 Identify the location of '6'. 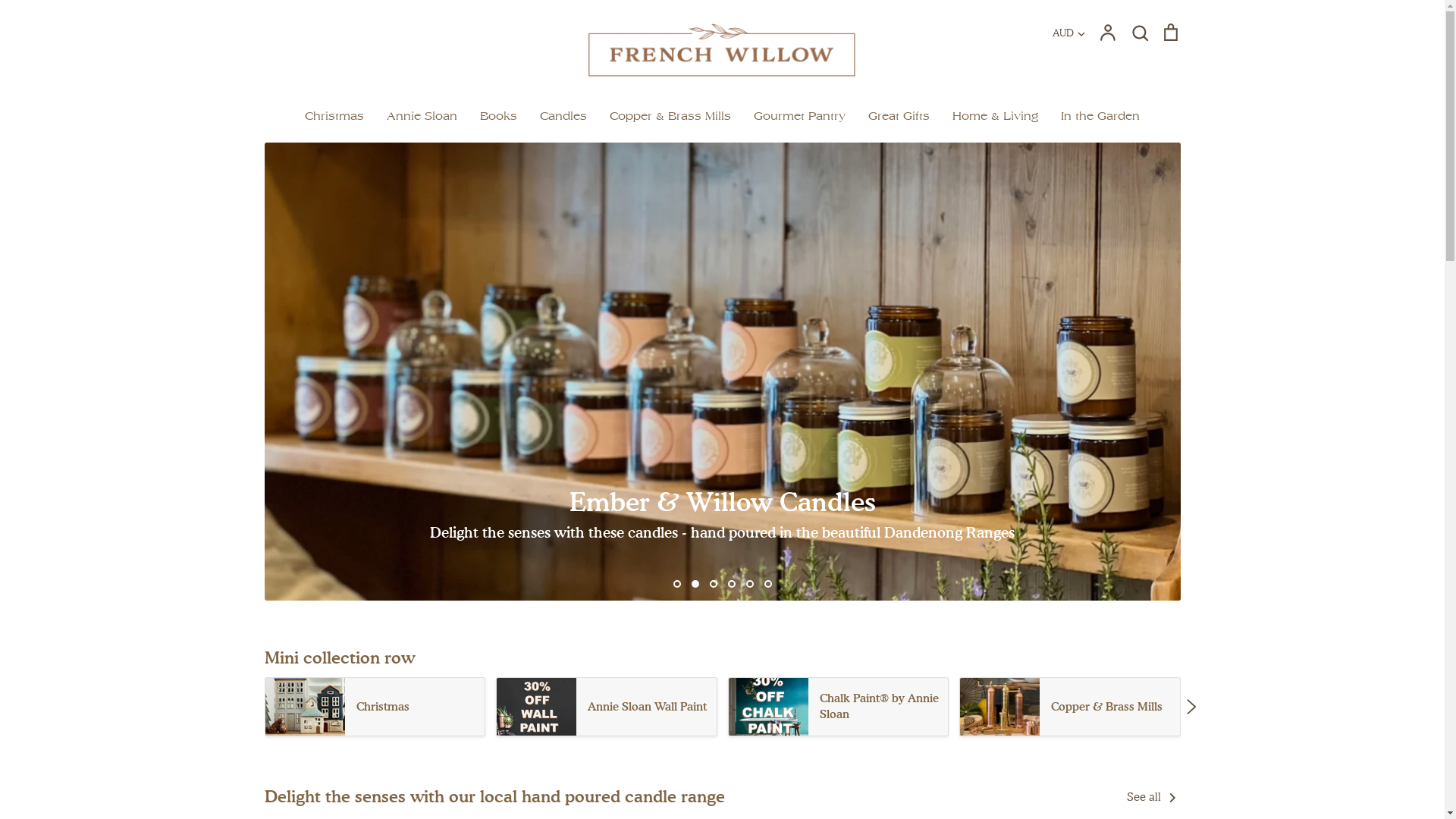
(767, 583).